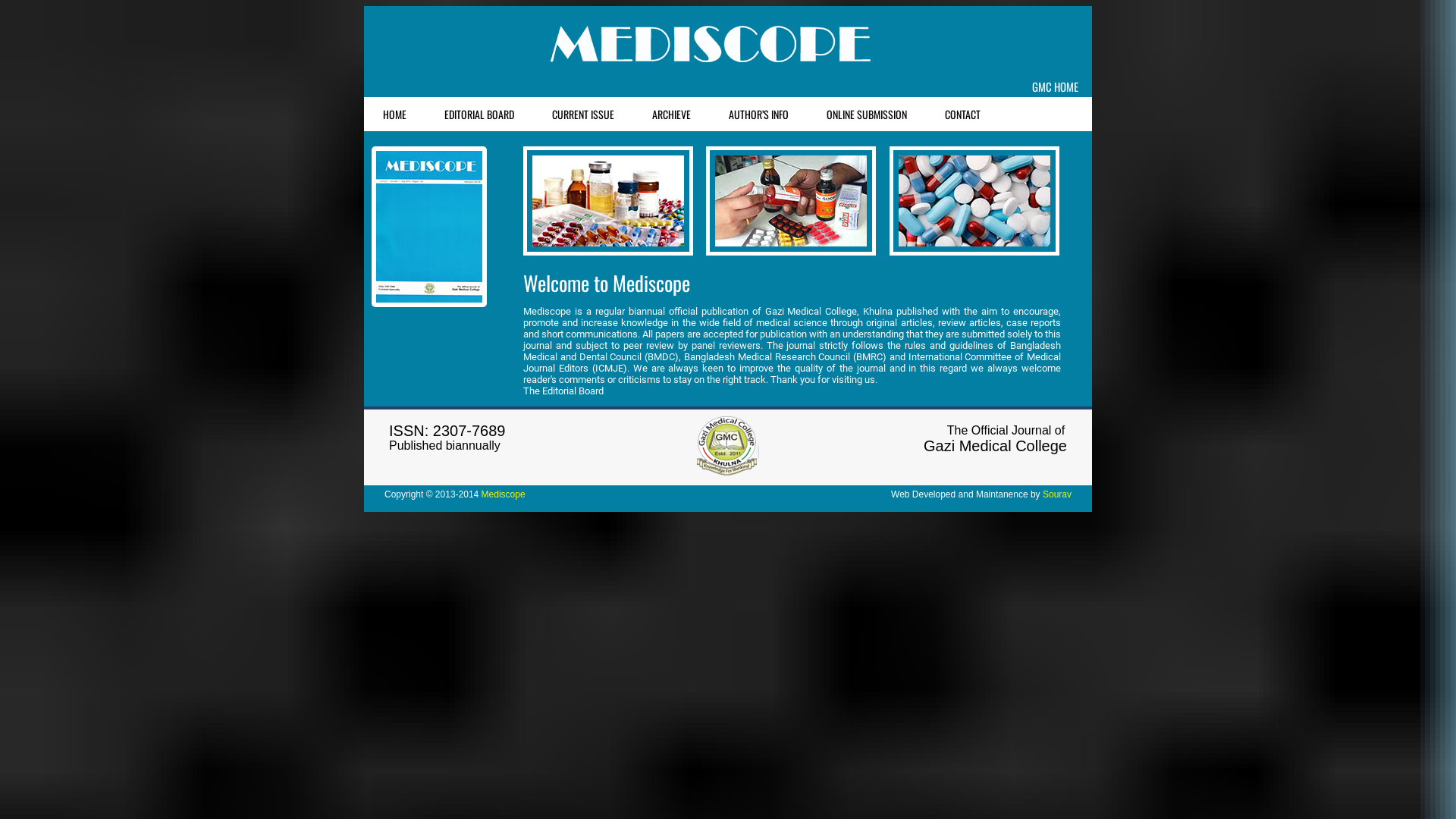 The image size is (1456, 819). I want to click on 'ARCHIEVE', so click(670, 113).